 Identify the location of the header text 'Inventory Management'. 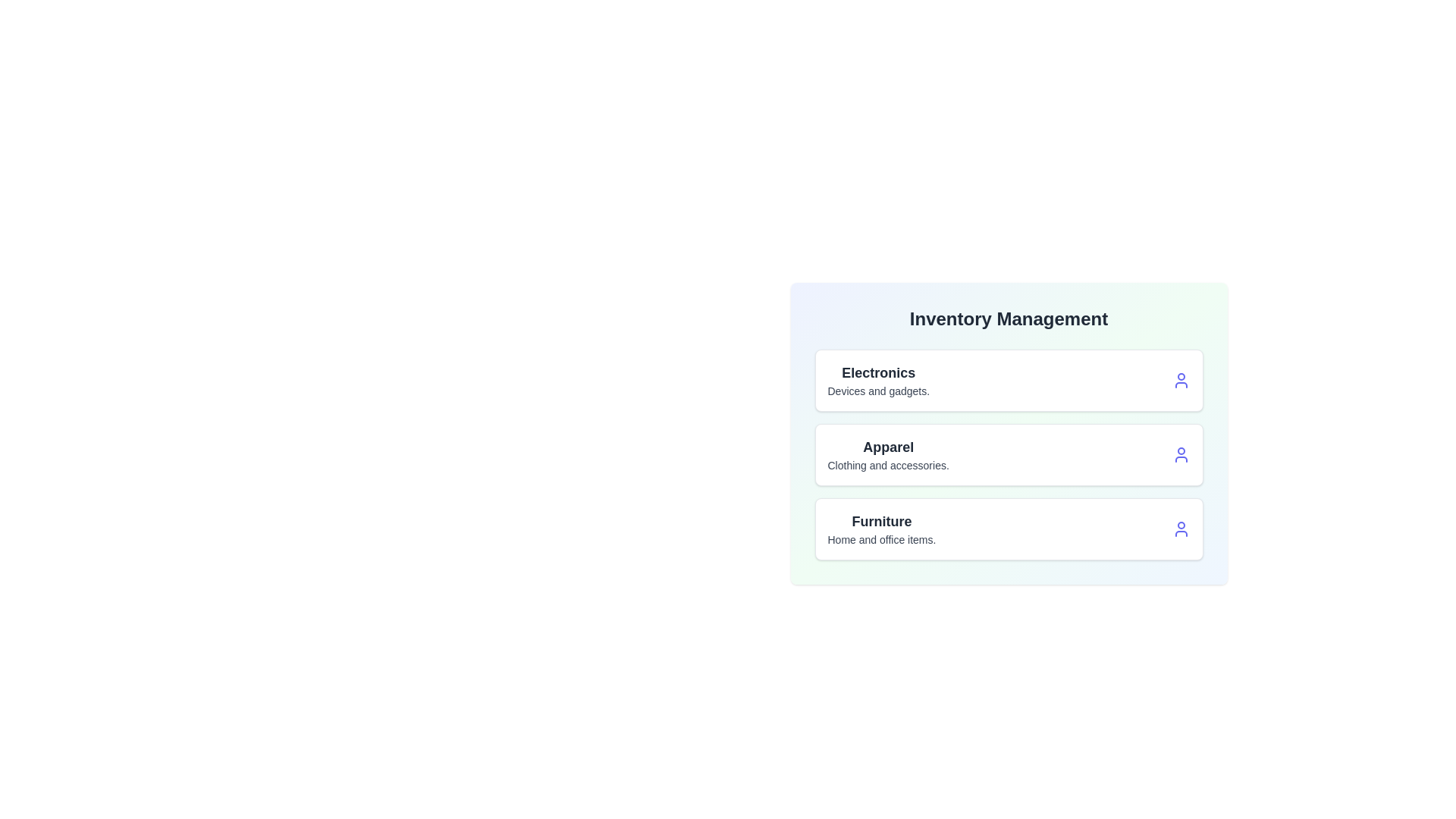
(1009, 318).